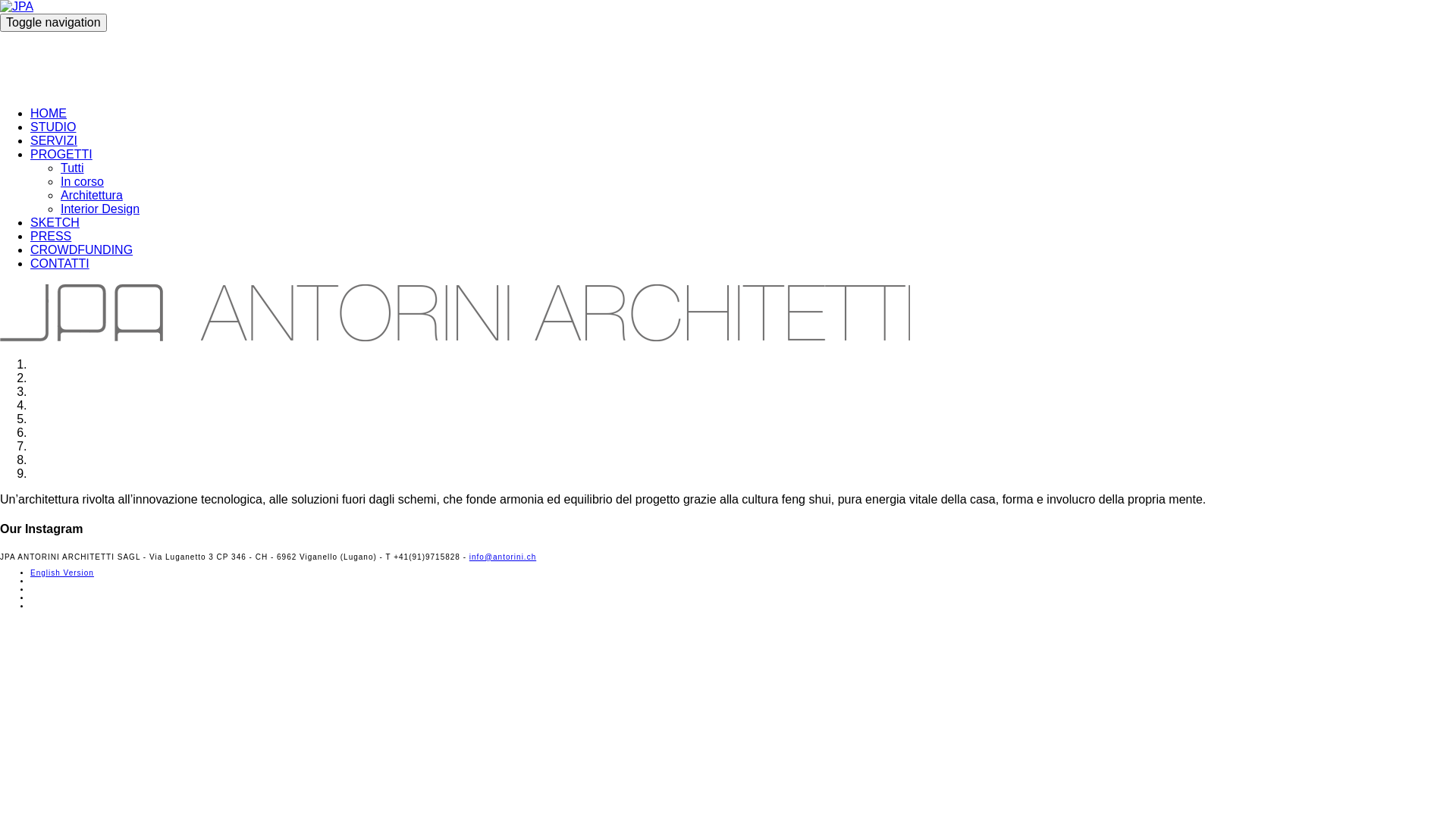  I want to click on 'JPA', so click(454, 61).